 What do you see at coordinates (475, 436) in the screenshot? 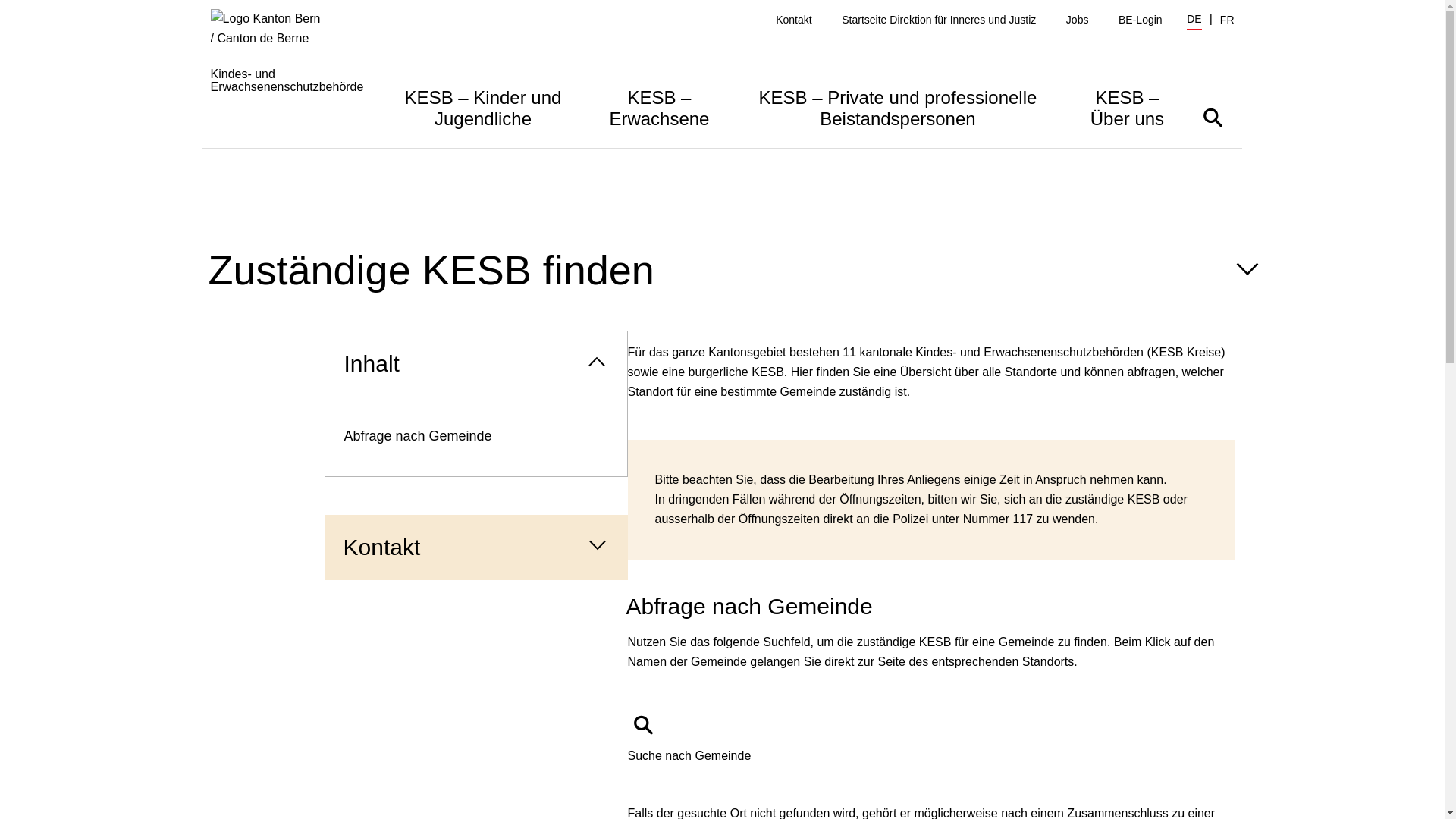
I see `'Abfrage nach Gemeinde'` at bounding box center [475, 436].